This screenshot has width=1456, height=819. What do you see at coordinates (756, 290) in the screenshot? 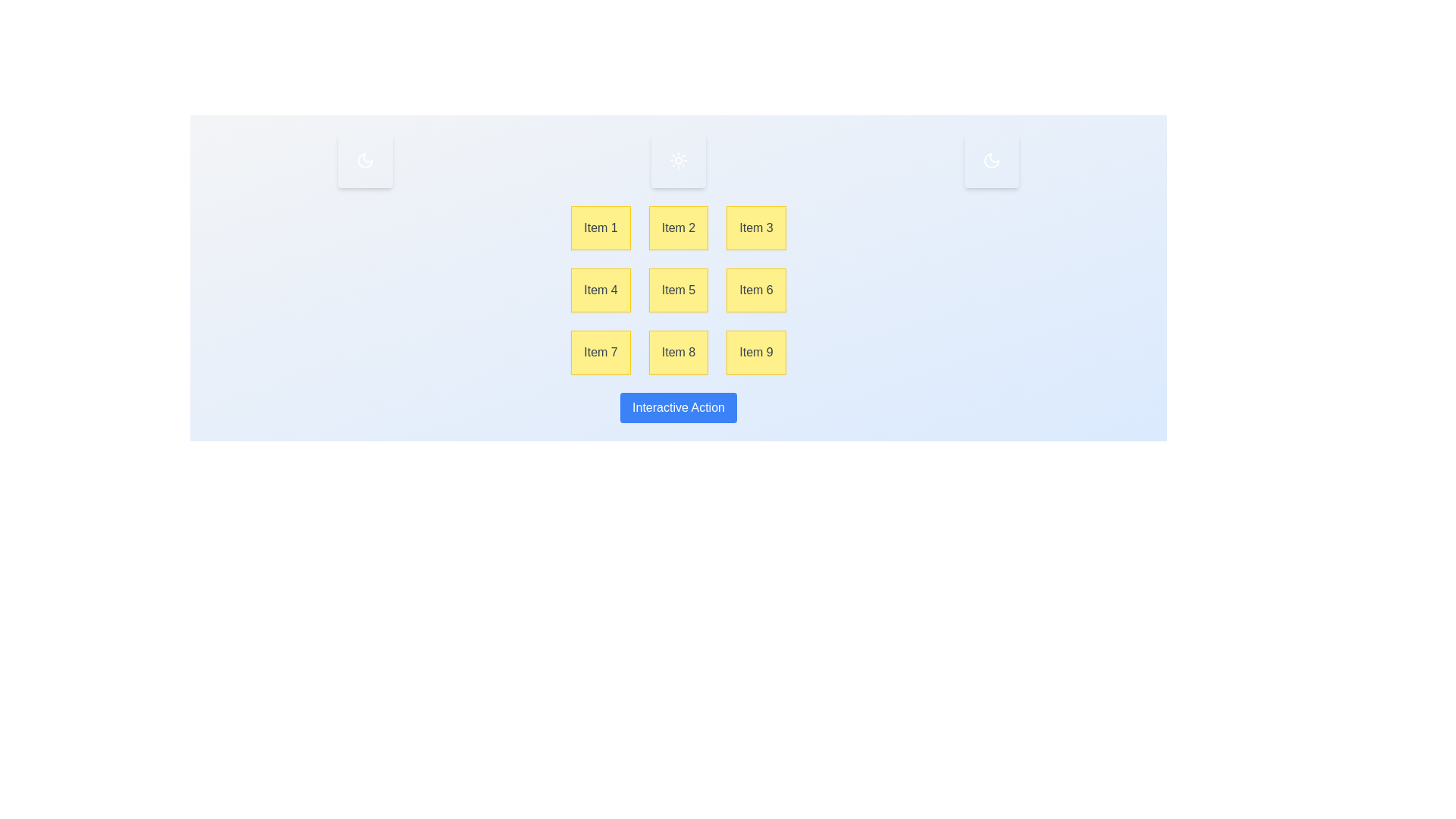
I see `the static label element displaying 'Item 6' located in the second row and third column of the grid layout, which has a yellow background and a border` at bounding box center [756, 290].